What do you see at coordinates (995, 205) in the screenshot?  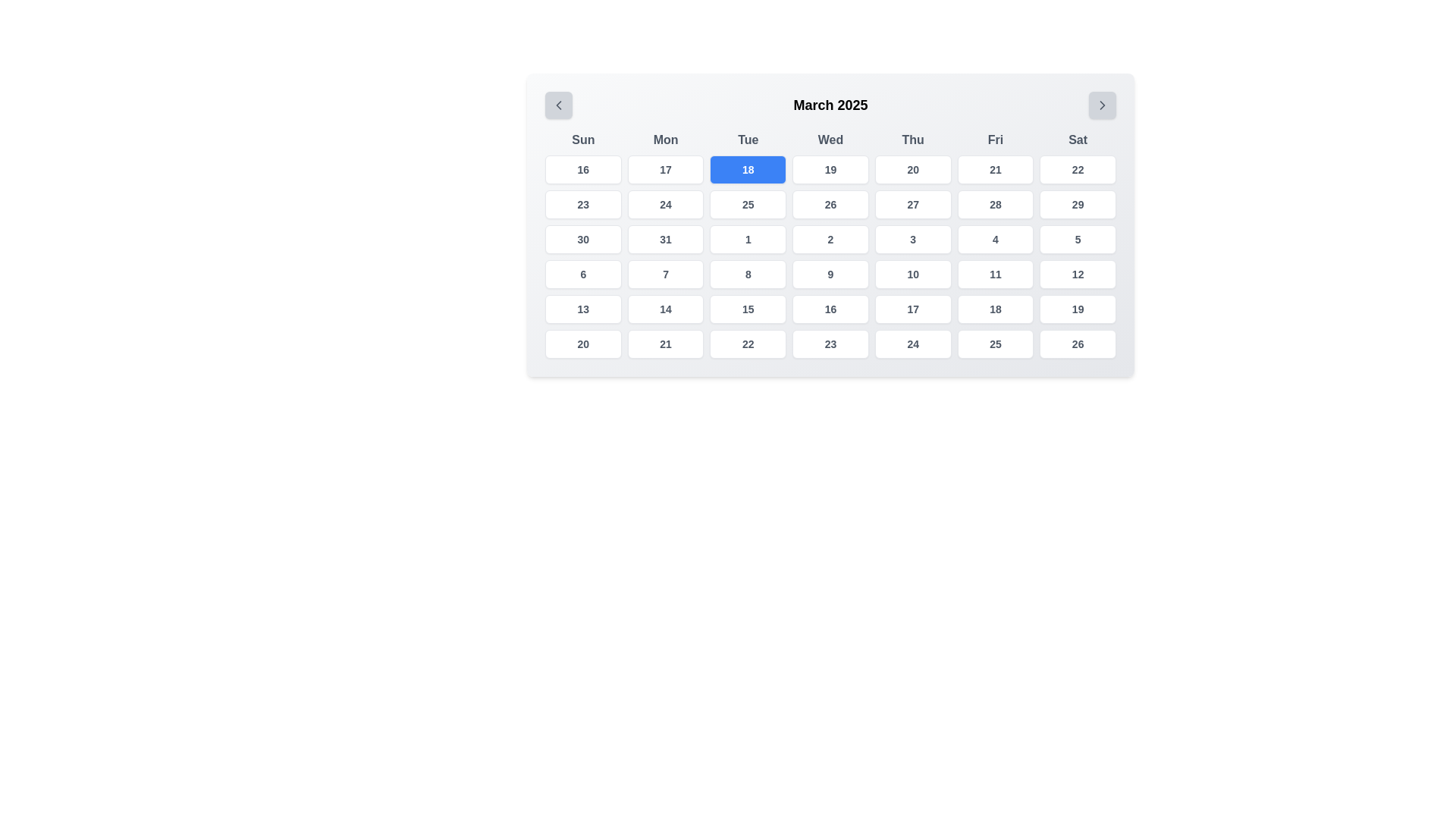 I see `the clickable box representing the calendar date for the 28th day, located under the 'Fri' column in the 4th row of the calendar grid` at bounding box center [995, 205].